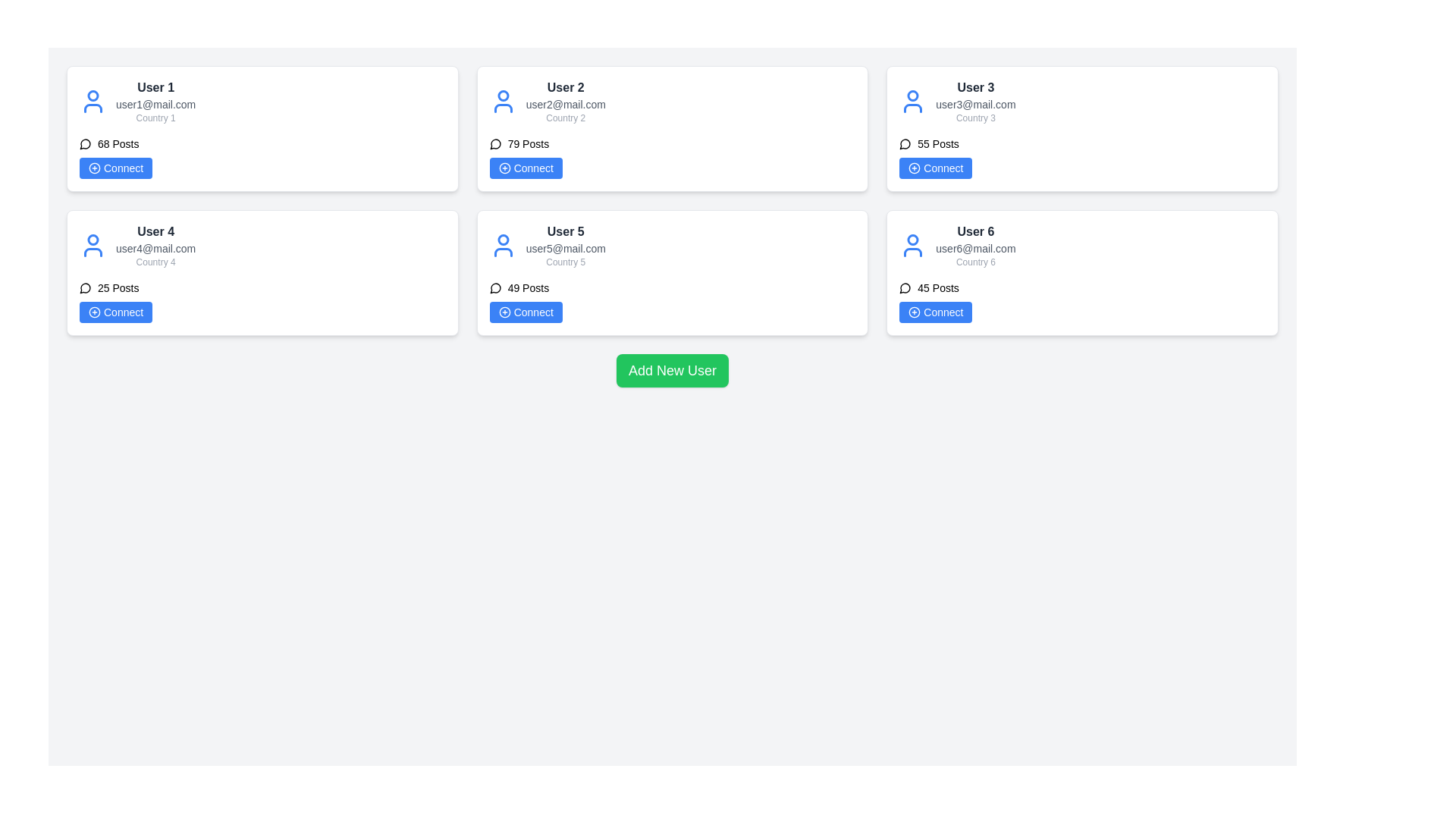 This screenshot has height=819, width=1456. What do you see at coordinates (672, 371) in the screenshot?
I see `the button that triggers the action of adding a new user to the system, located centrally below the user cards grid layout` at bounding box center [672, 371].